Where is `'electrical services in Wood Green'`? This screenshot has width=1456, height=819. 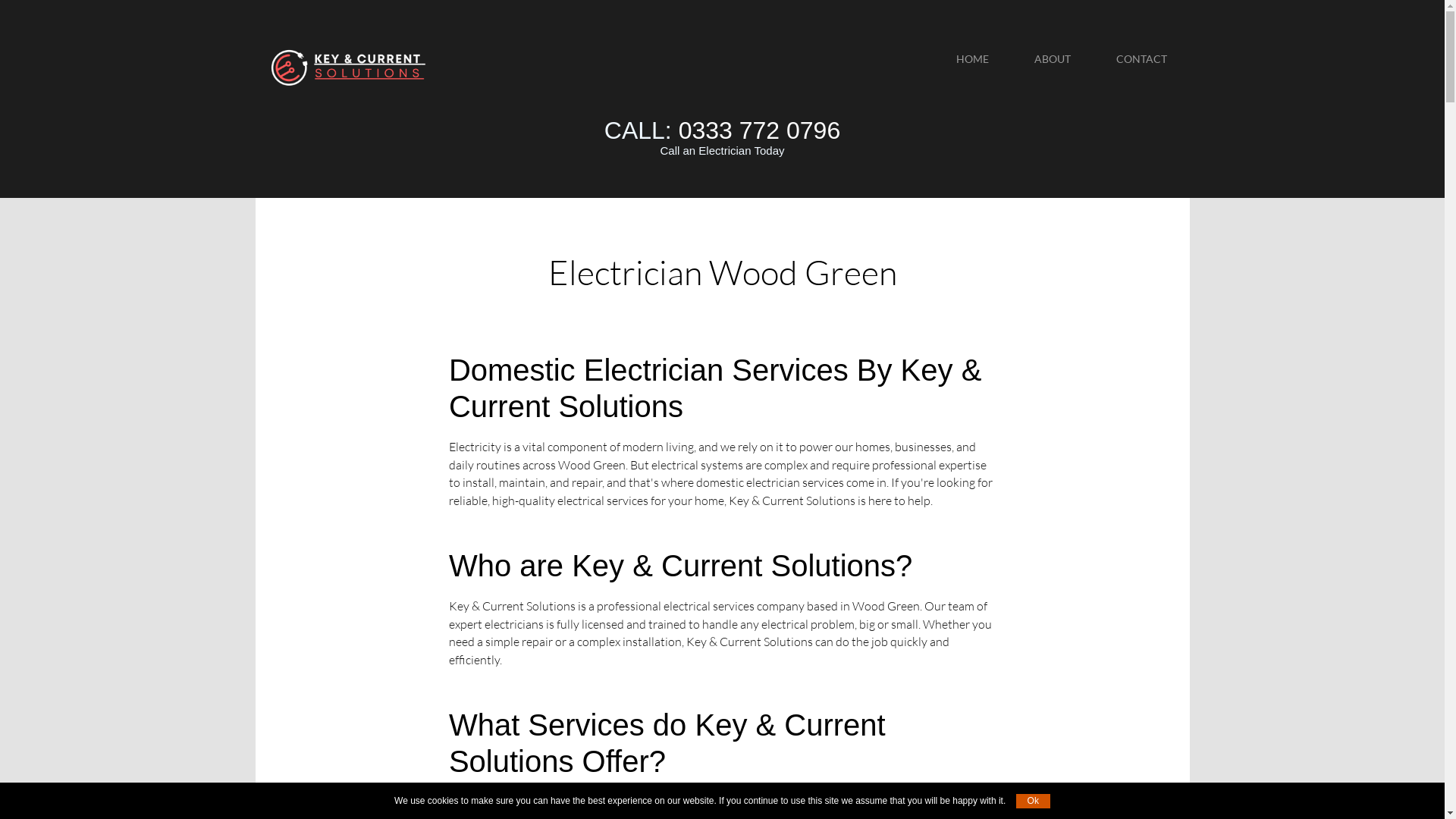 'electrical services in Wood Green' is located at coordinates (741, 802).